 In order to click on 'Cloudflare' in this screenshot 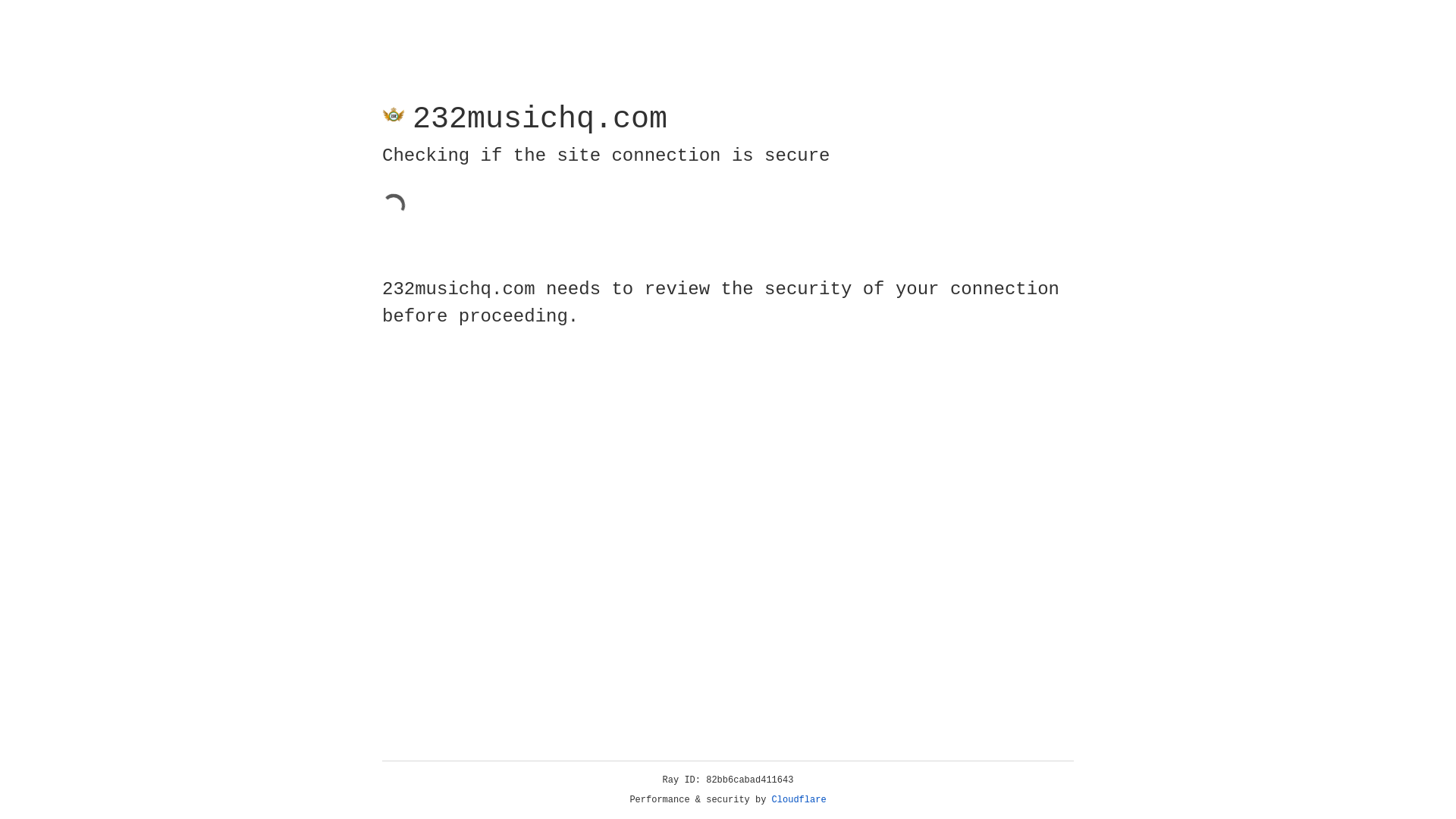, I will do `click(799, 799)`.